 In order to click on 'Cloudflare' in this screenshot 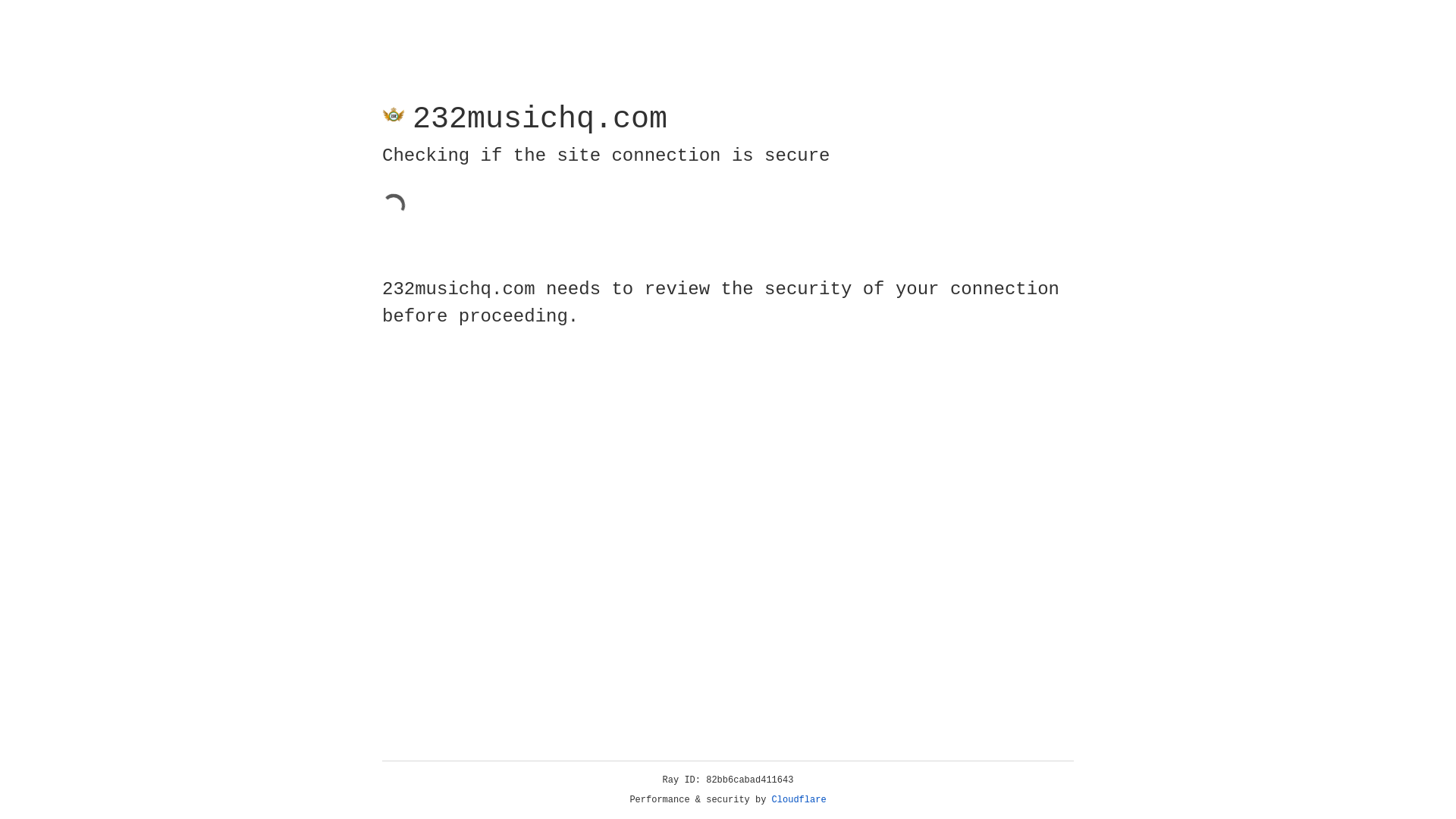, I will do `click(799, 799)`.